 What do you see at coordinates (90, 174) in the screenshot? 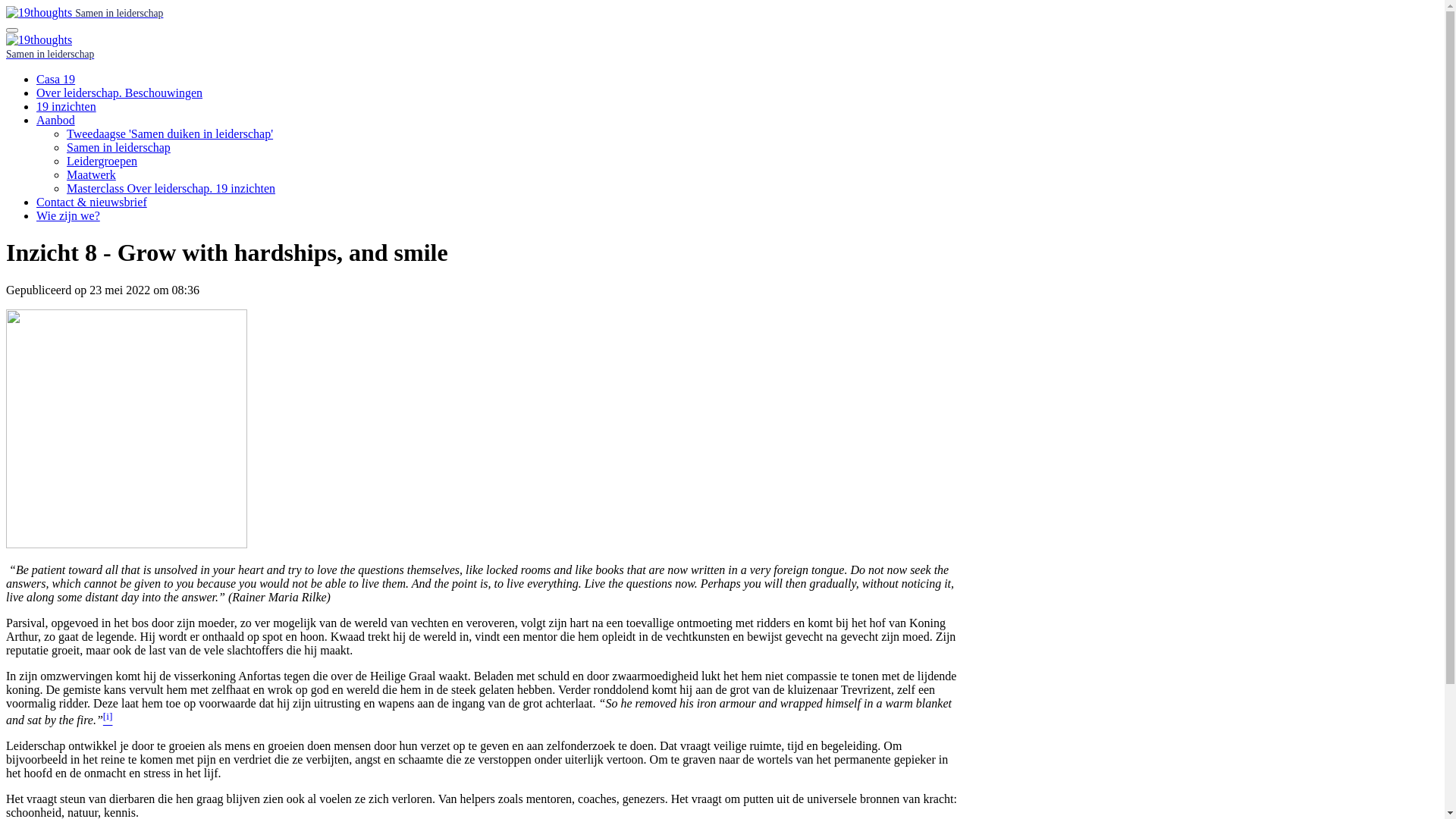
I see `'Maatwerk'` at bounding box center [90, 174].